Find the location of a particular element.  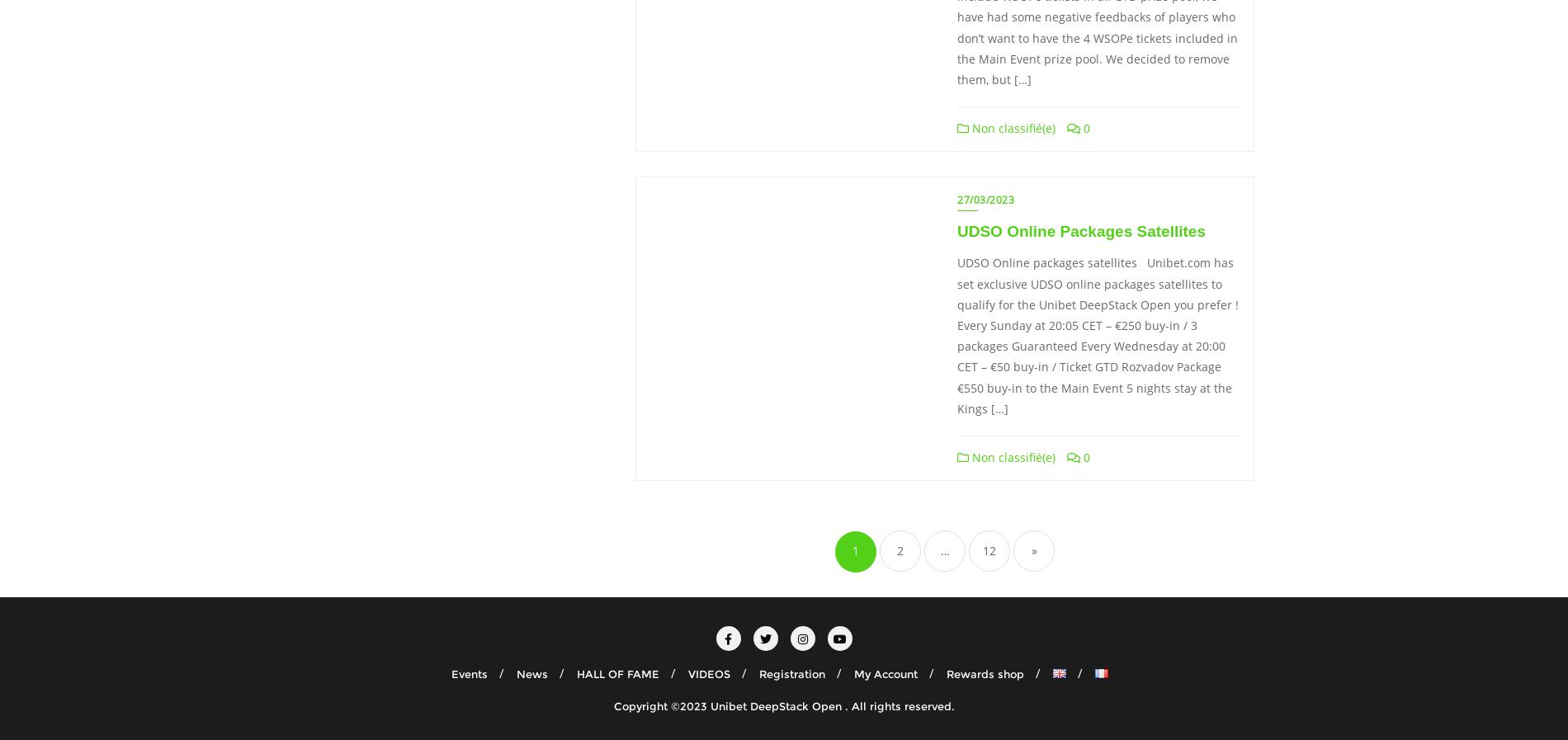

'My Account' is located at coordinates (886, 673).